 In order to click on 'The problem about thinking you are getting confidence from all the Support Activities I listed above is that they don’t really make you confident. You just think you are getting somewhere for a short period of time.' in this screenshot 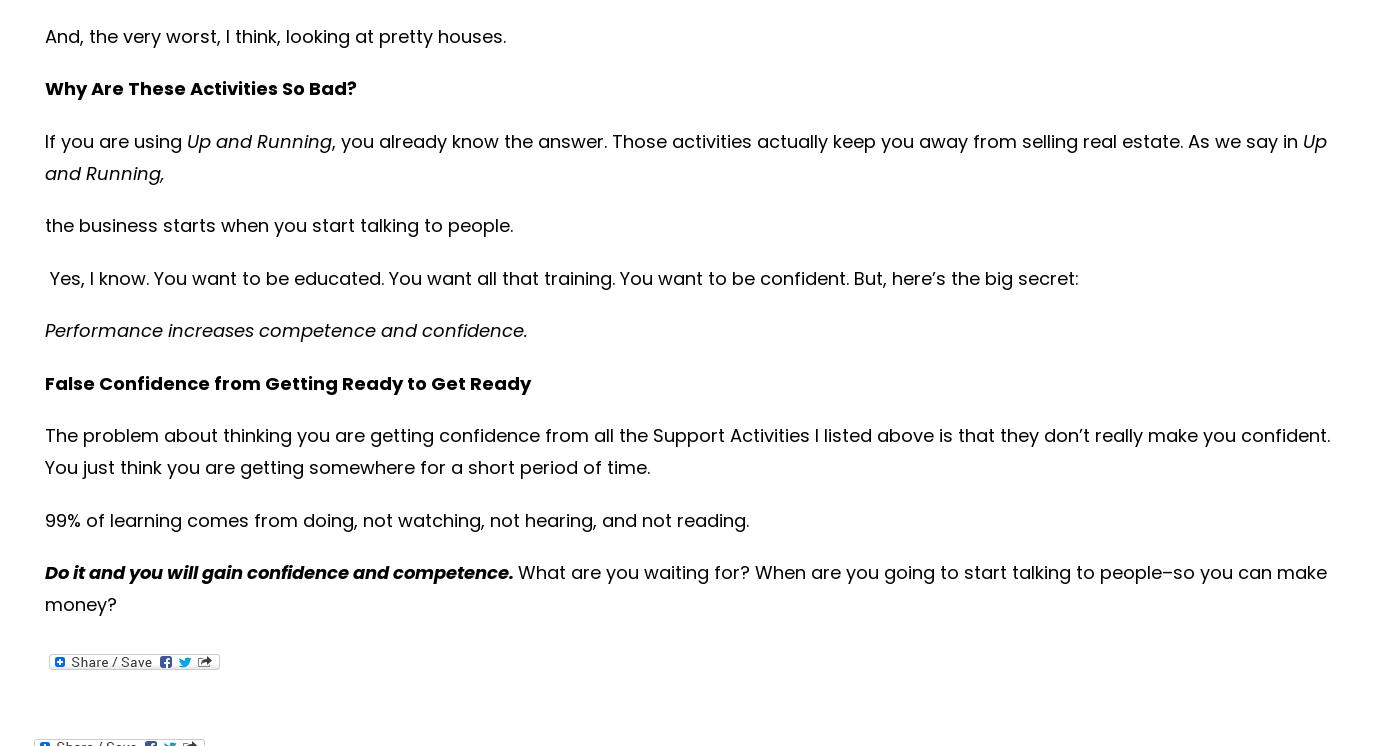, I will do `click(686, 451)`.